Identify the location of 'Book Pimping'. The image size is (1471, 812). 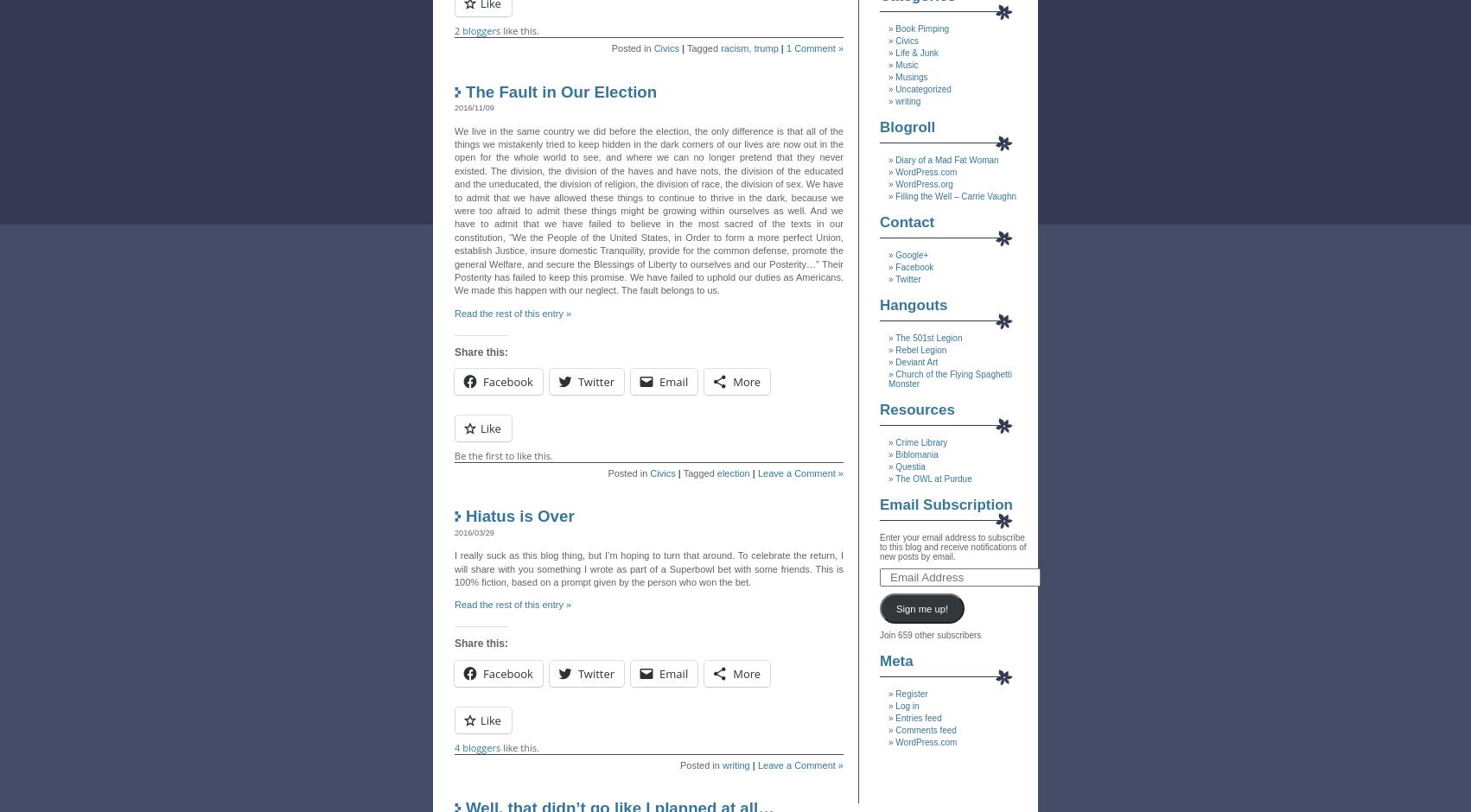
(920, 29).